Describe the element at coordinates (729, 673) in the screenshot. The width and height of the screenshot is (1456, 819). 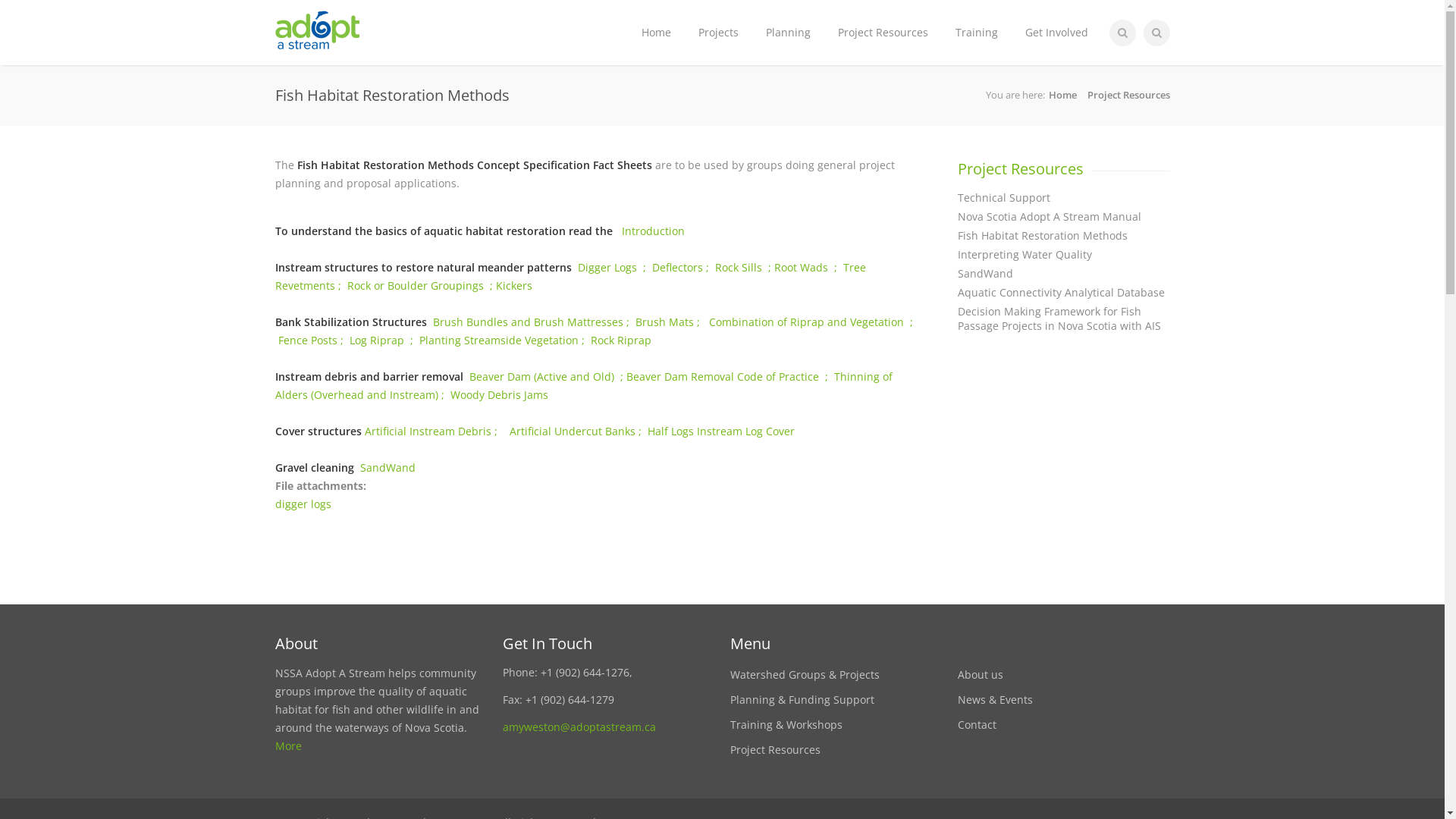
I see `'Watershed Groups & Projects'` at that location.